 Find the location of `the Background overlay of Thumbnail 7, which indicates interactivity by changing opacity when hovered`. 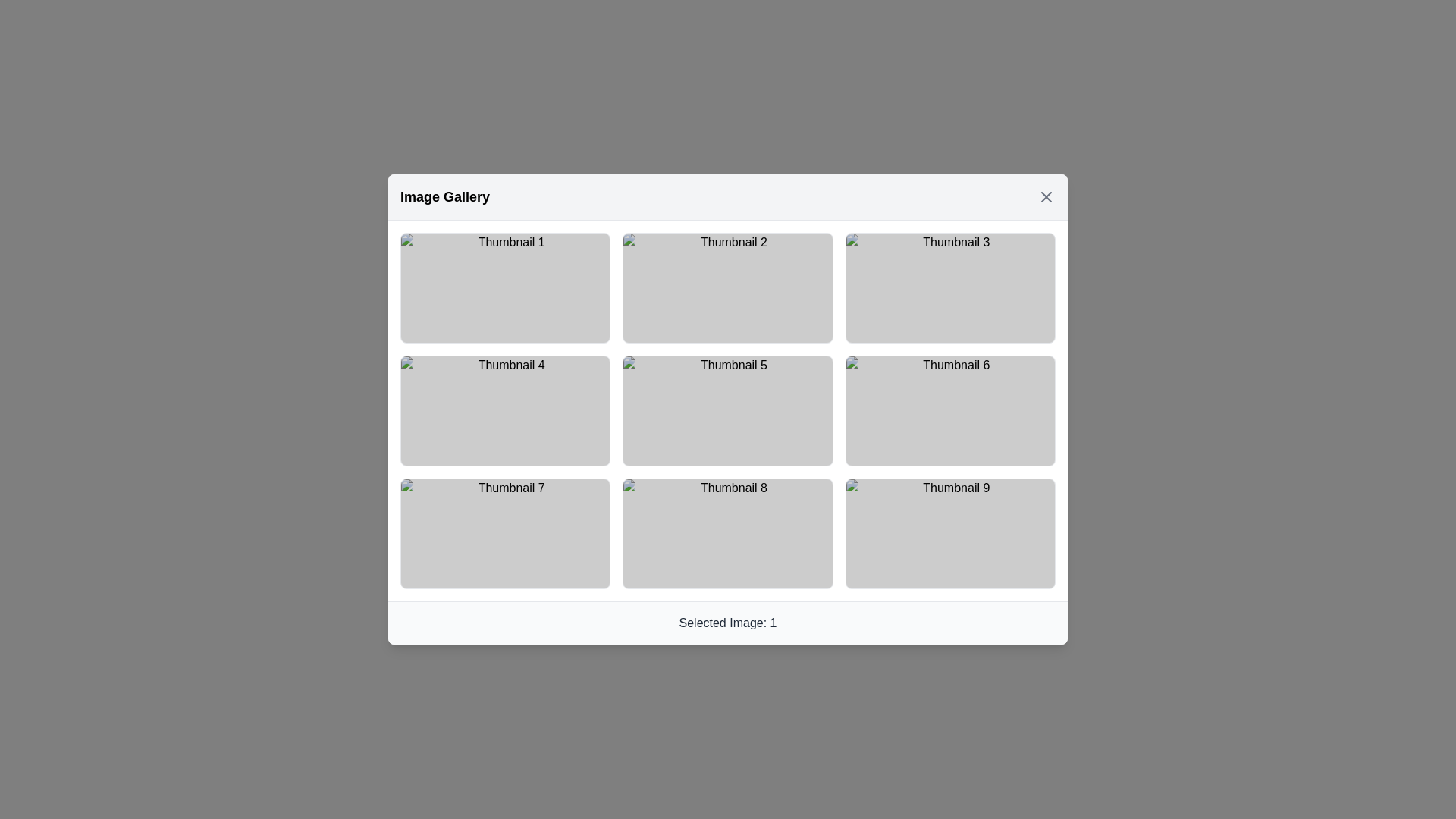

the Background overlay of Thumbnail 7, which indicates interactivity by changing opacity when hovered is located at coordinates (505, 533).